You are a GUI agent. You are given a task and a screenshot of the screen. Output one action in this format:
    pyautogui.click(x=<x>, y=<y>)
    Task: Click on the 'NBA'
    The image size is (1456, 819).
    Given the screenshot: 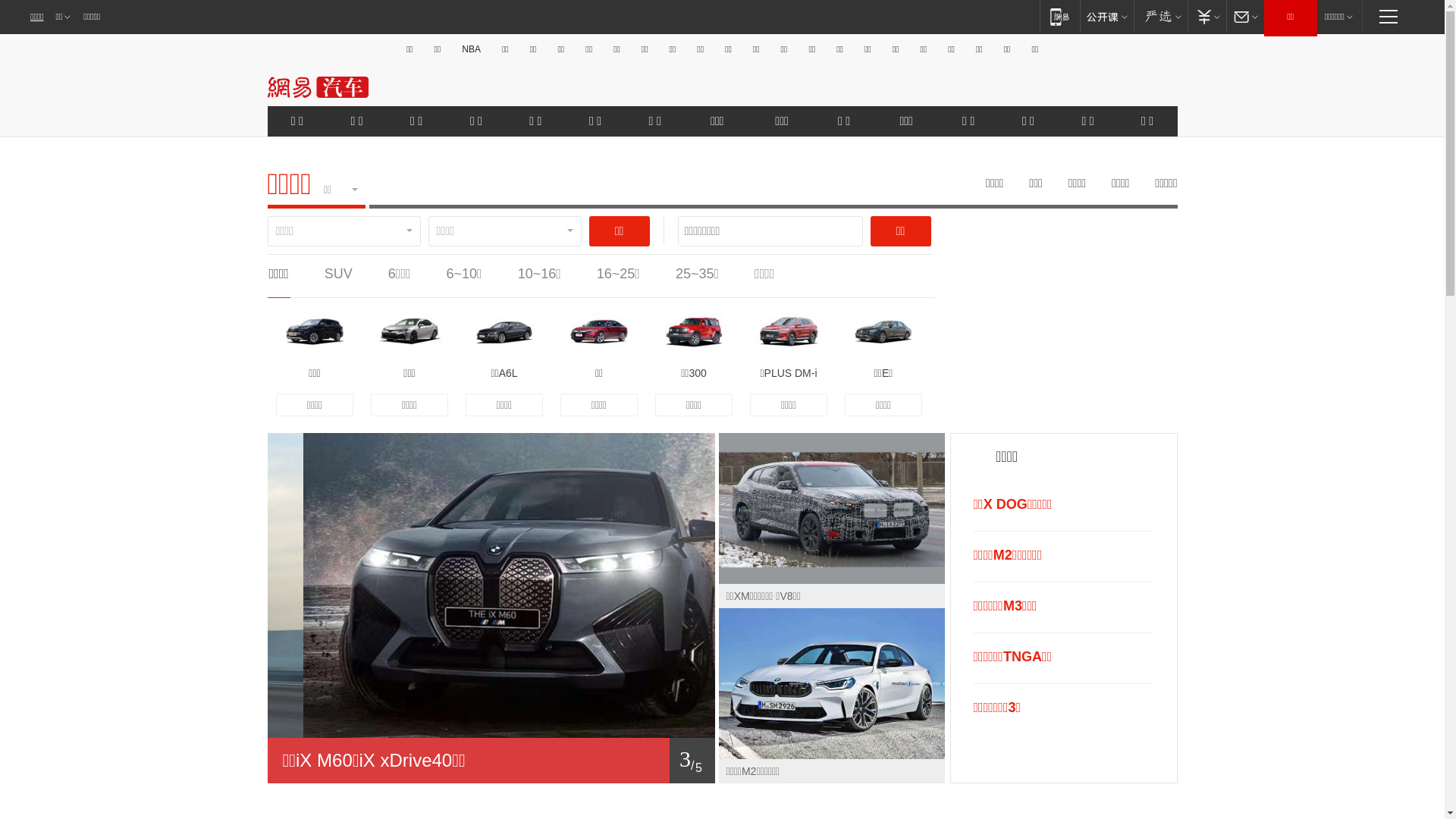 What is the action you would take?
    pyautogui.click(x=470, y=49)
    